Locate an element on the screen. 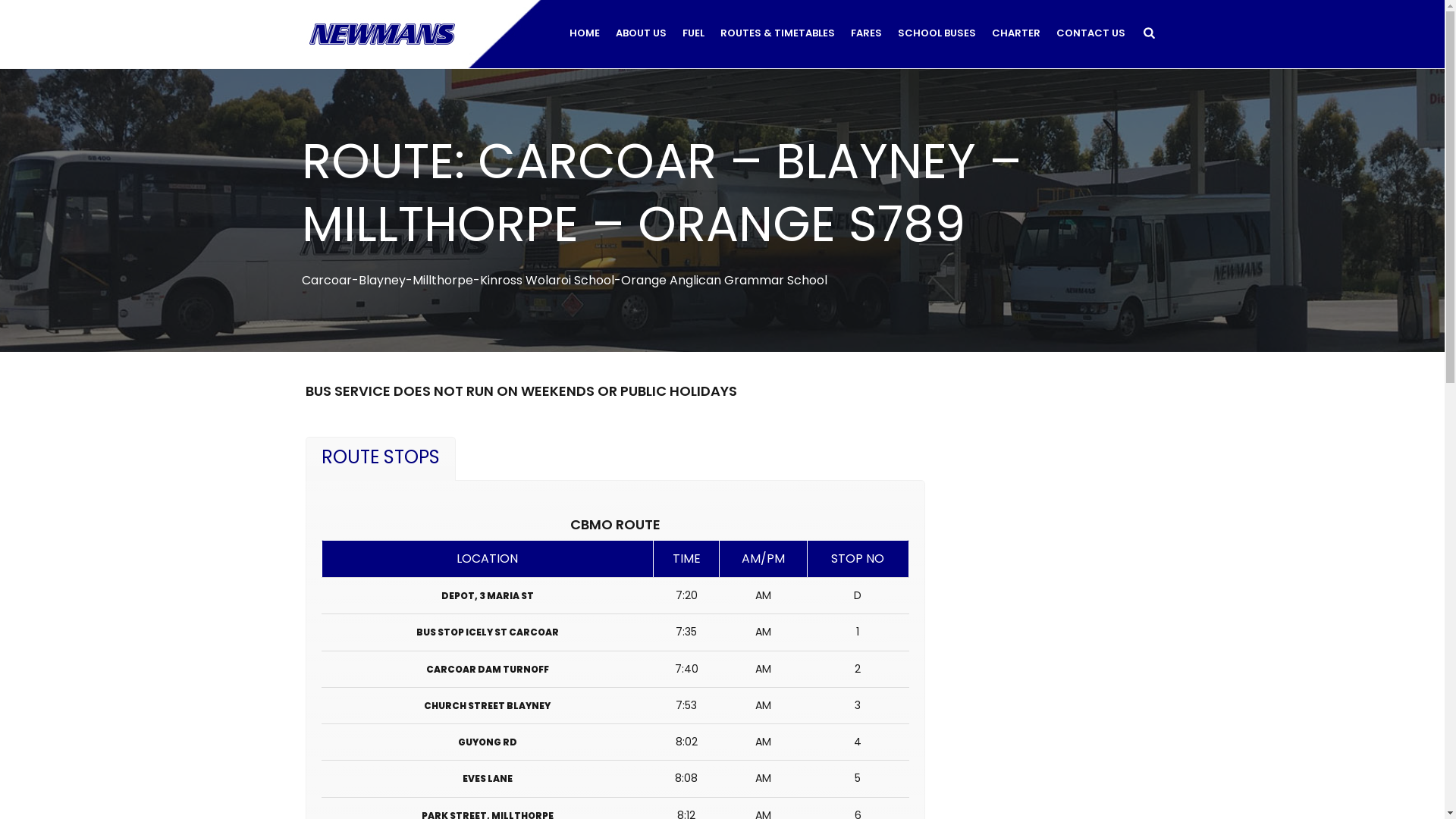  'ROUTE STOPS' is located at coordinates (379, 457).